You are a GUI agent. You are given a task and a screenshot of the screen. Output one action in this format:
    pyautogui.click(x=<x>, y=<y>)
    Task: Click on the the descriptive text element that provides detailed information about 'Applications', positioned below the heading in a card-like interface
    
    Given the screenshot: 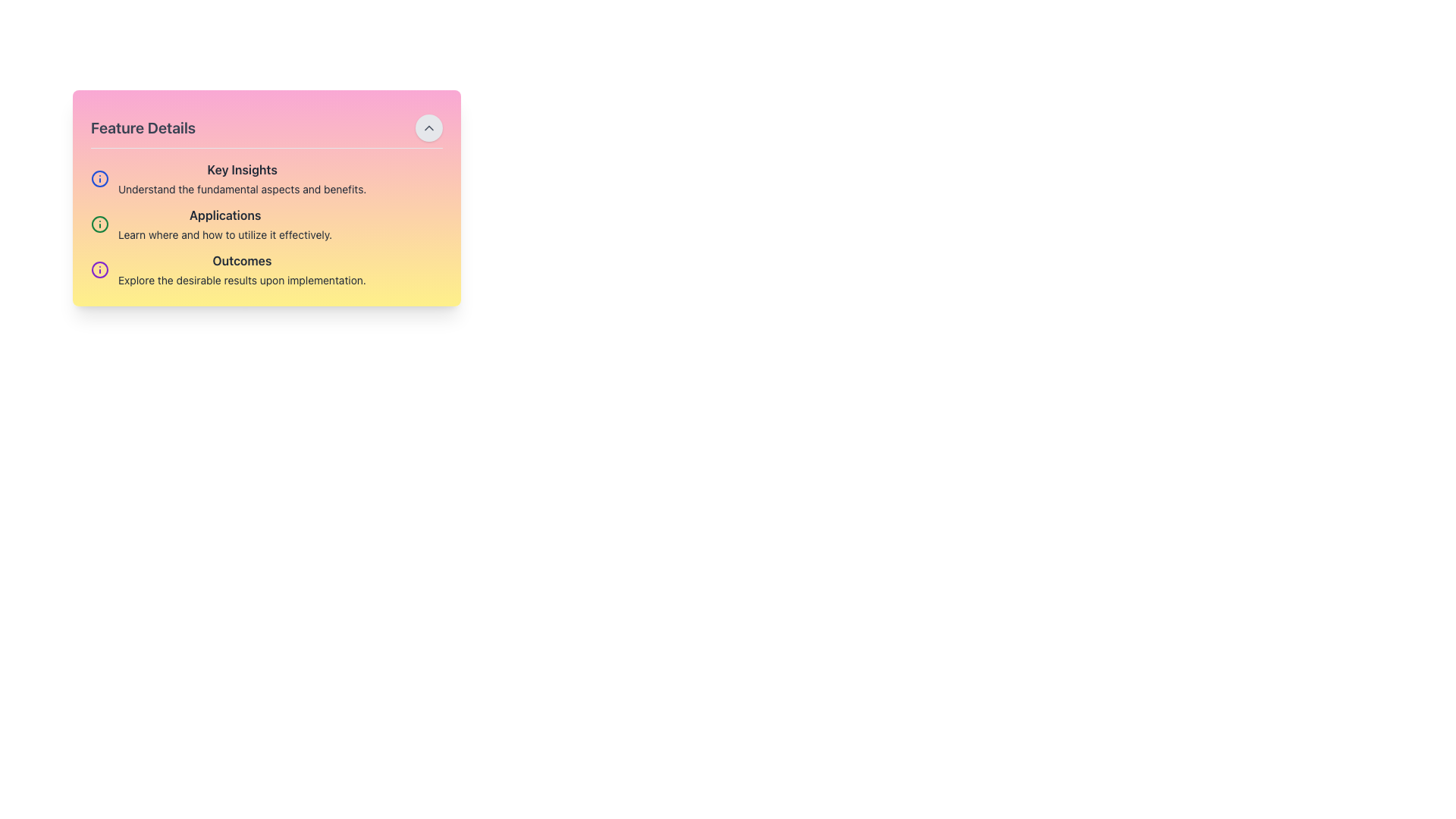 What is the action you would take?
    pyautogui.click(x=224, y=234)
    